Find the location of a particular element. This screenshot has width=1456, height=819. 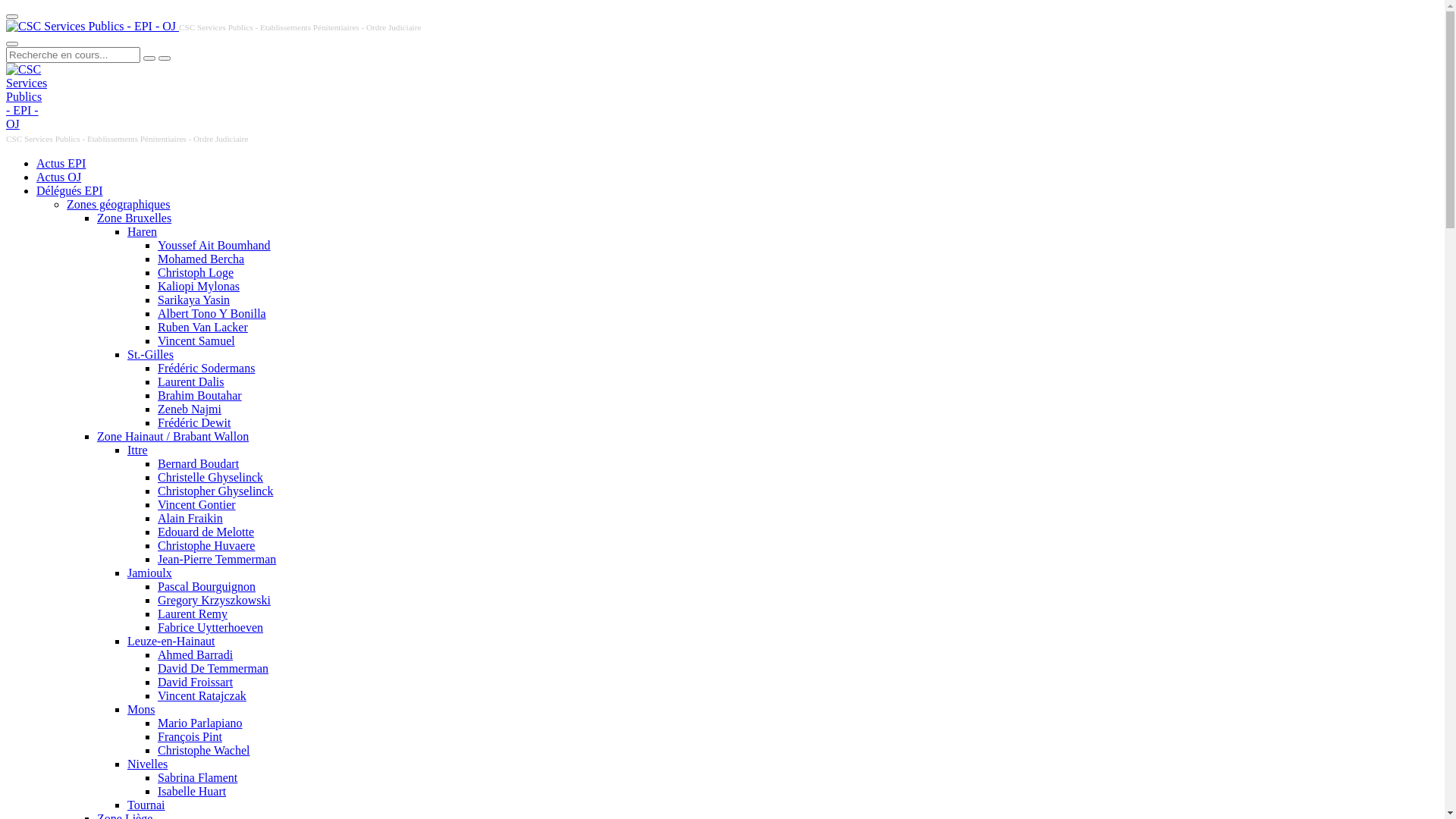

'Albert Tono Y Bonilla' is located at coordinates (211, 312).